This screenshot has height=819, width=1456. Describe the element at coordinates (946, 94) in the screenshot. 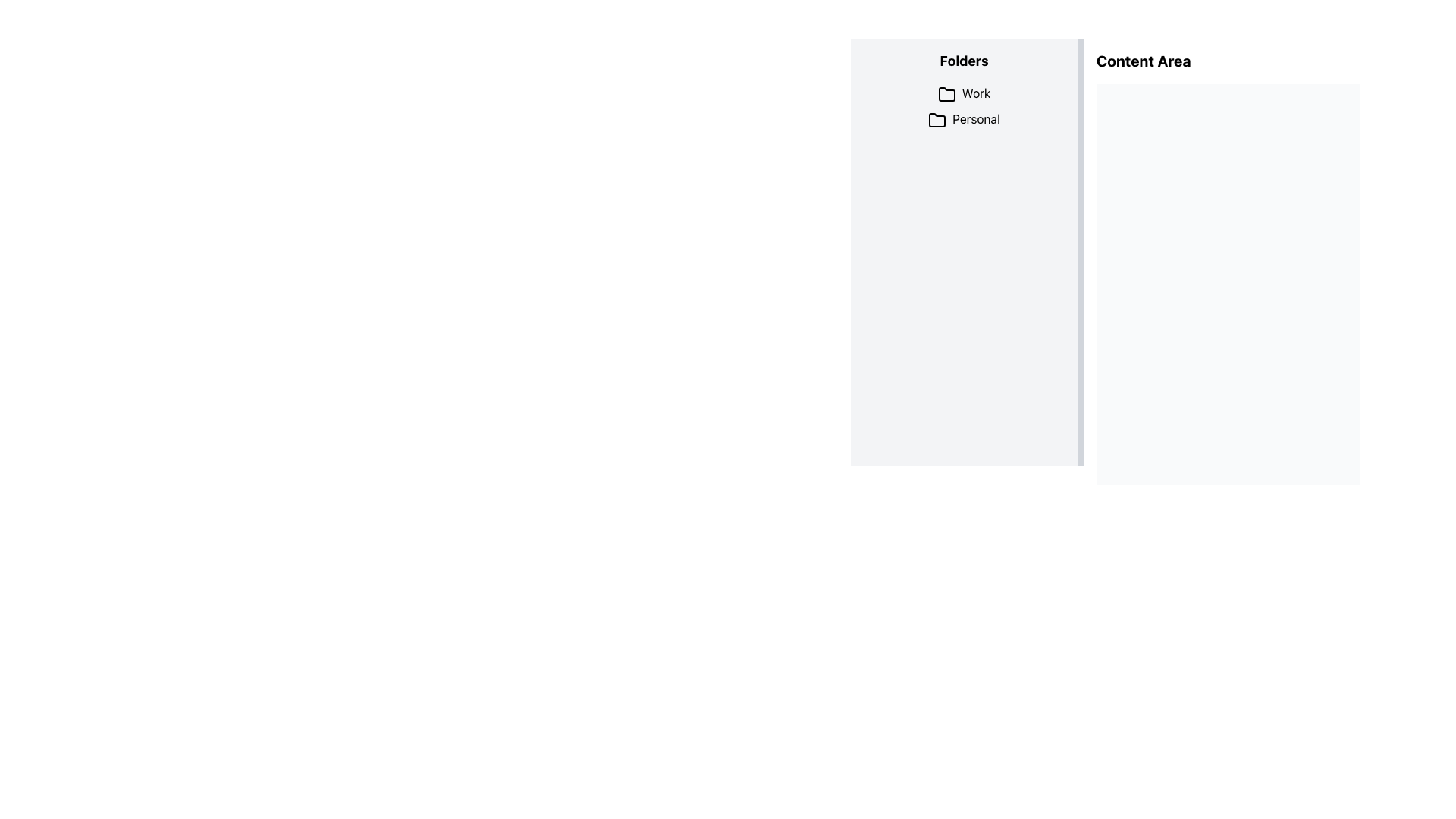

I see `the folder icon representing 'Work'` at that location.